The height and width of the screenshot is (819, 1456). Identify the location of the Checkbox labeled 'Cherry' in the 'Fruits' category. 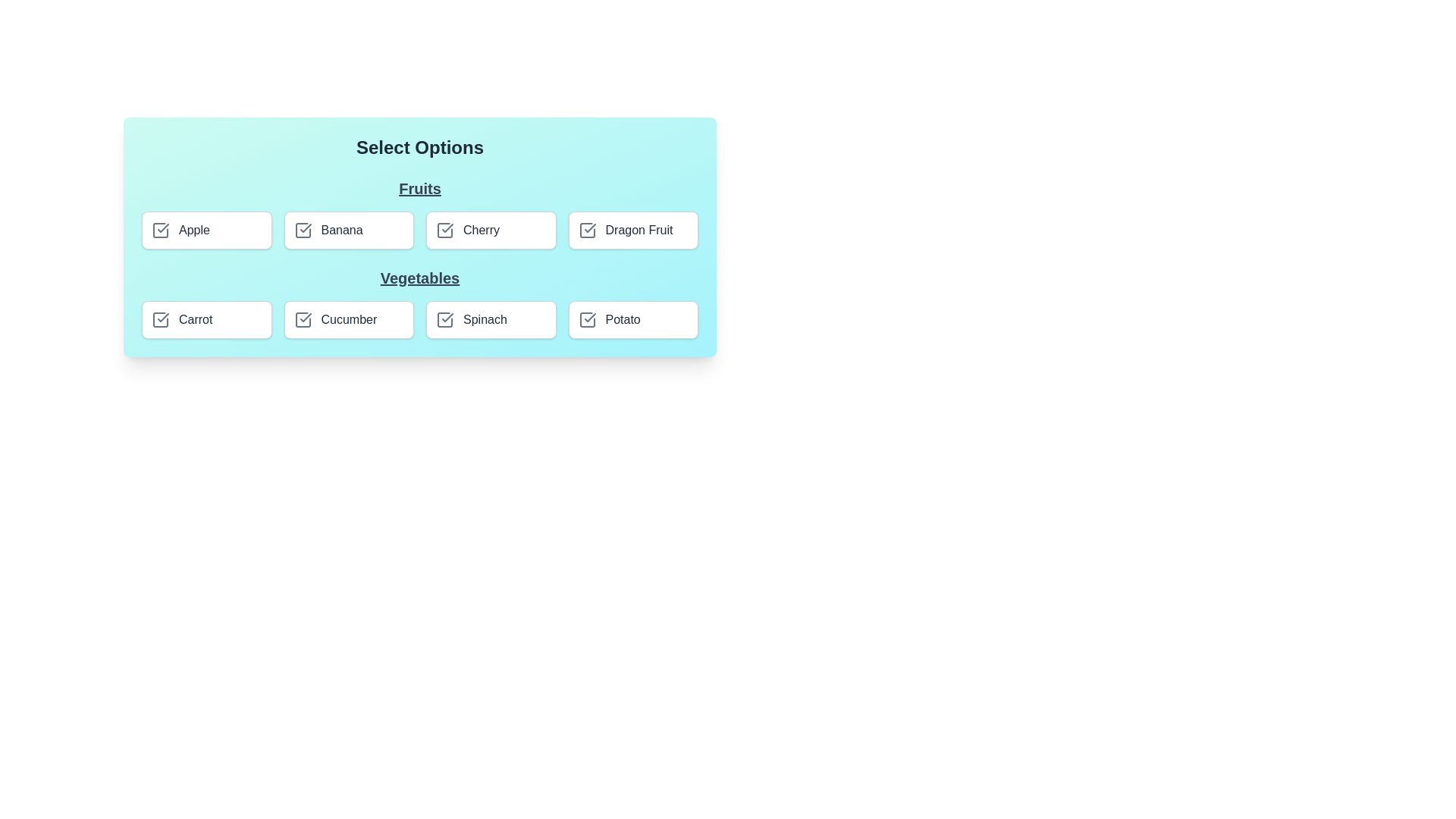
(491, 231).